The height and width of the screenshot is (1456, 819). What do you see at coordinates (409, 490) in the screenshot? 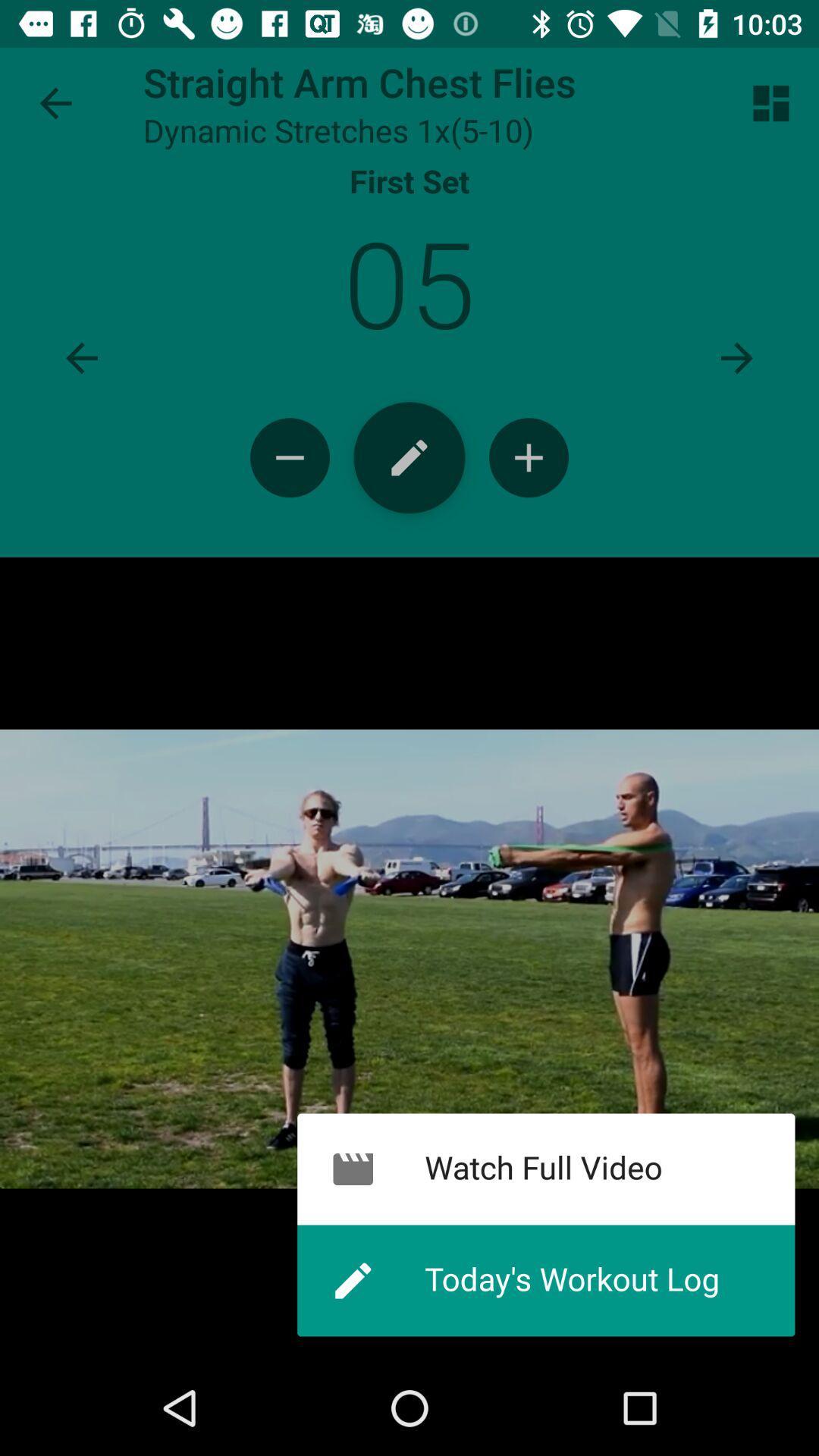
I see `the edit icon` at bounding box center [409, 490].